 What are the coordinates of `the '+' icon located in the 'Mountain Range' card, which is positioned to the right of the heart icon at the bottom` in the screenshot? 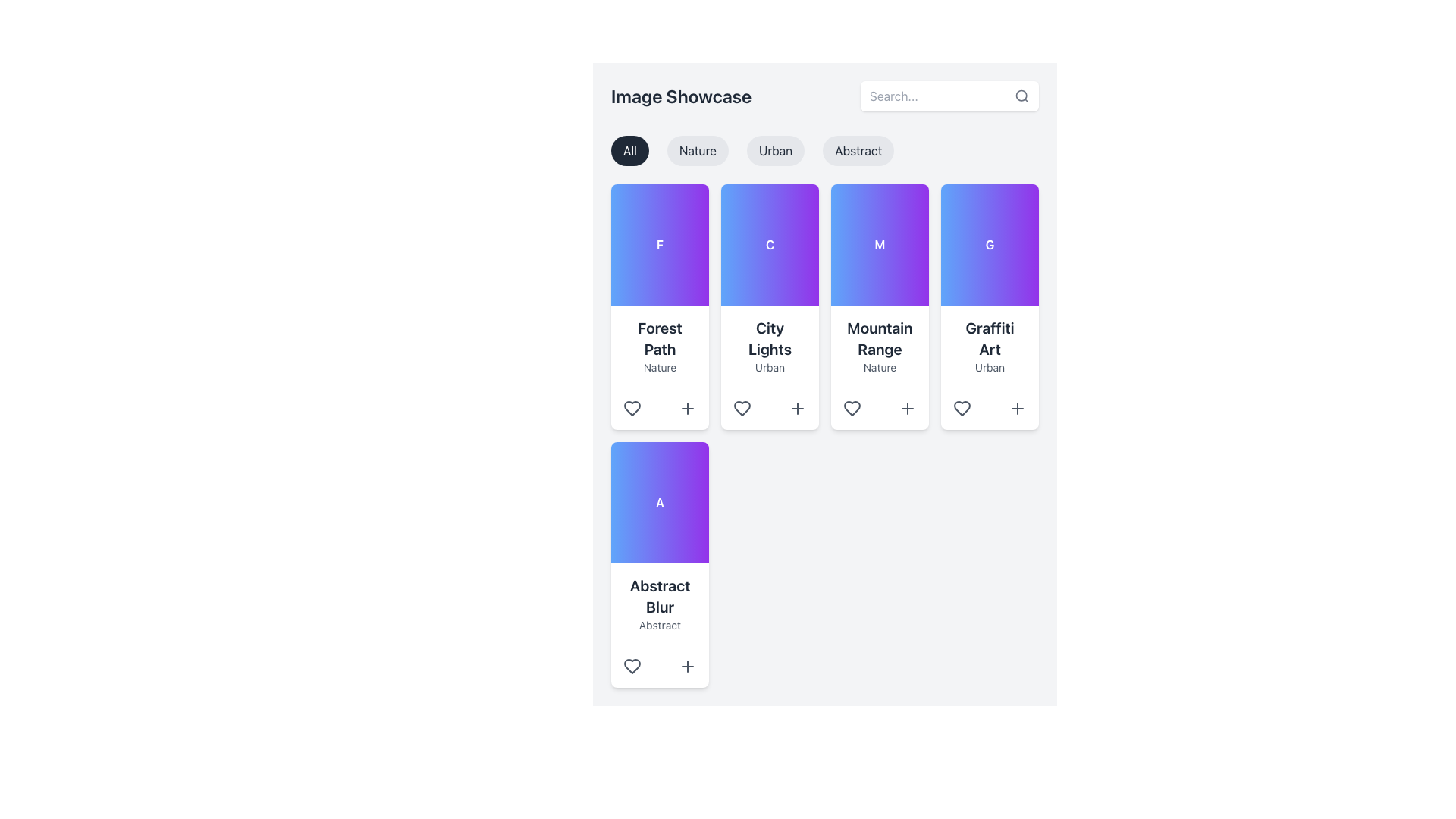 It's located at (907, 408).